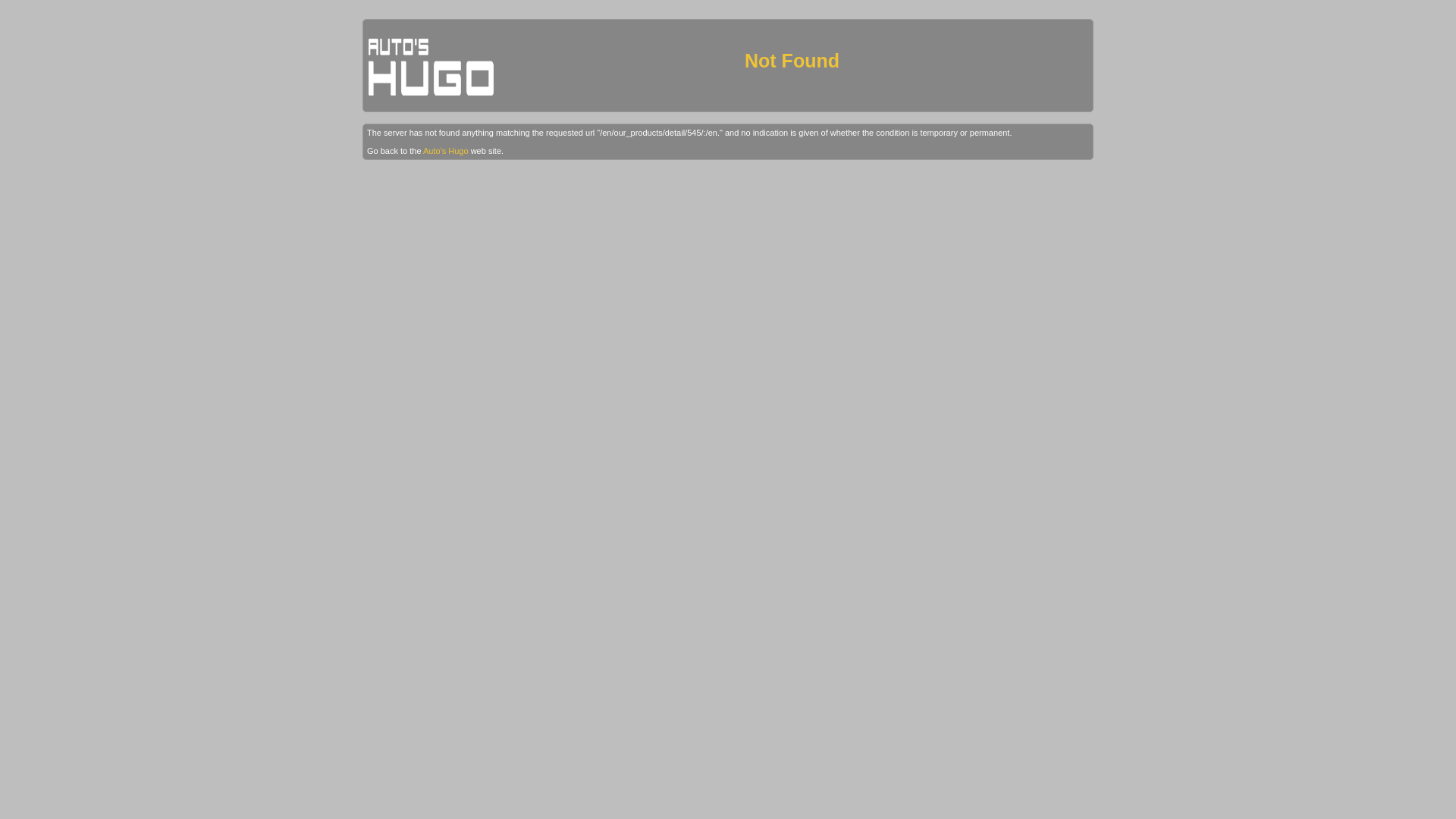 The image size is (1456, 819). Describe the element at coordinates (422, 151) in the screenshot. I see `'Auto's Hugo'` at that location.